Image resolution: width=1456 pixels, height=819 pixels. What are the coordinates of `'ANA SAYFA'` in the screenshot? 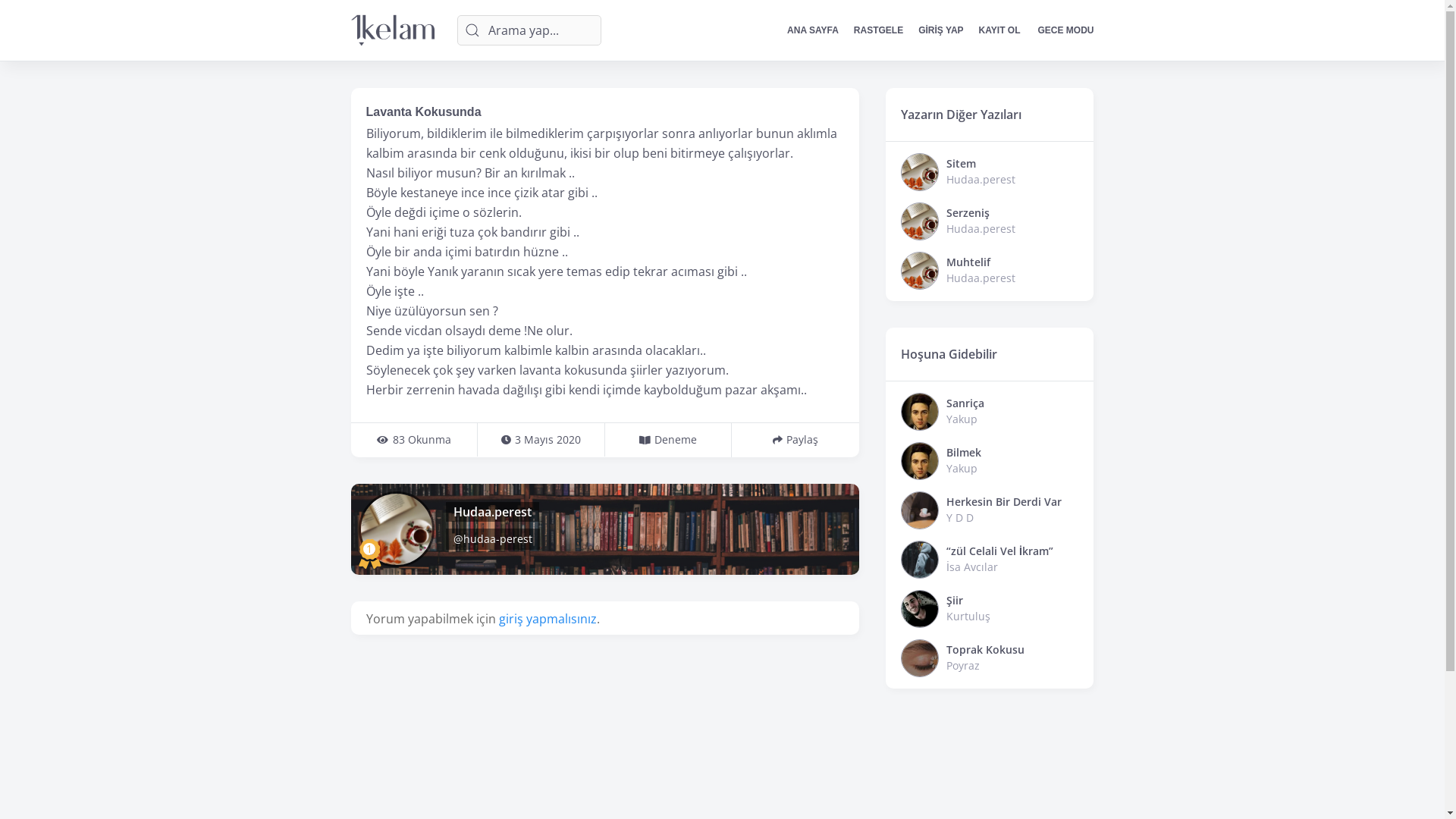 It's located at (811, 30).